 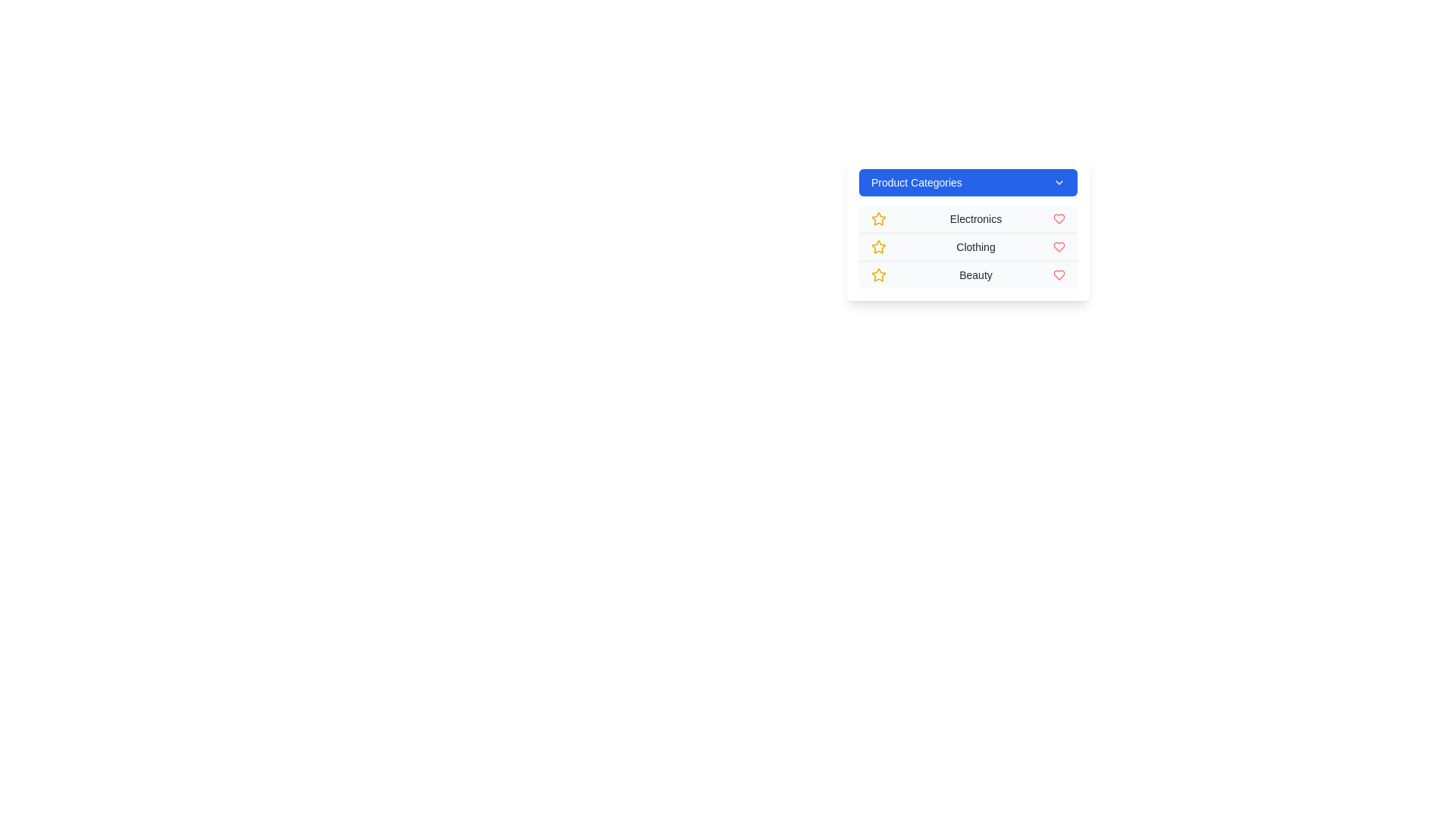 What do you see at coordinates (878, 219) in the screenshot?
I see `the star icon next to the Electronics category` at bounding box center [878, 219].